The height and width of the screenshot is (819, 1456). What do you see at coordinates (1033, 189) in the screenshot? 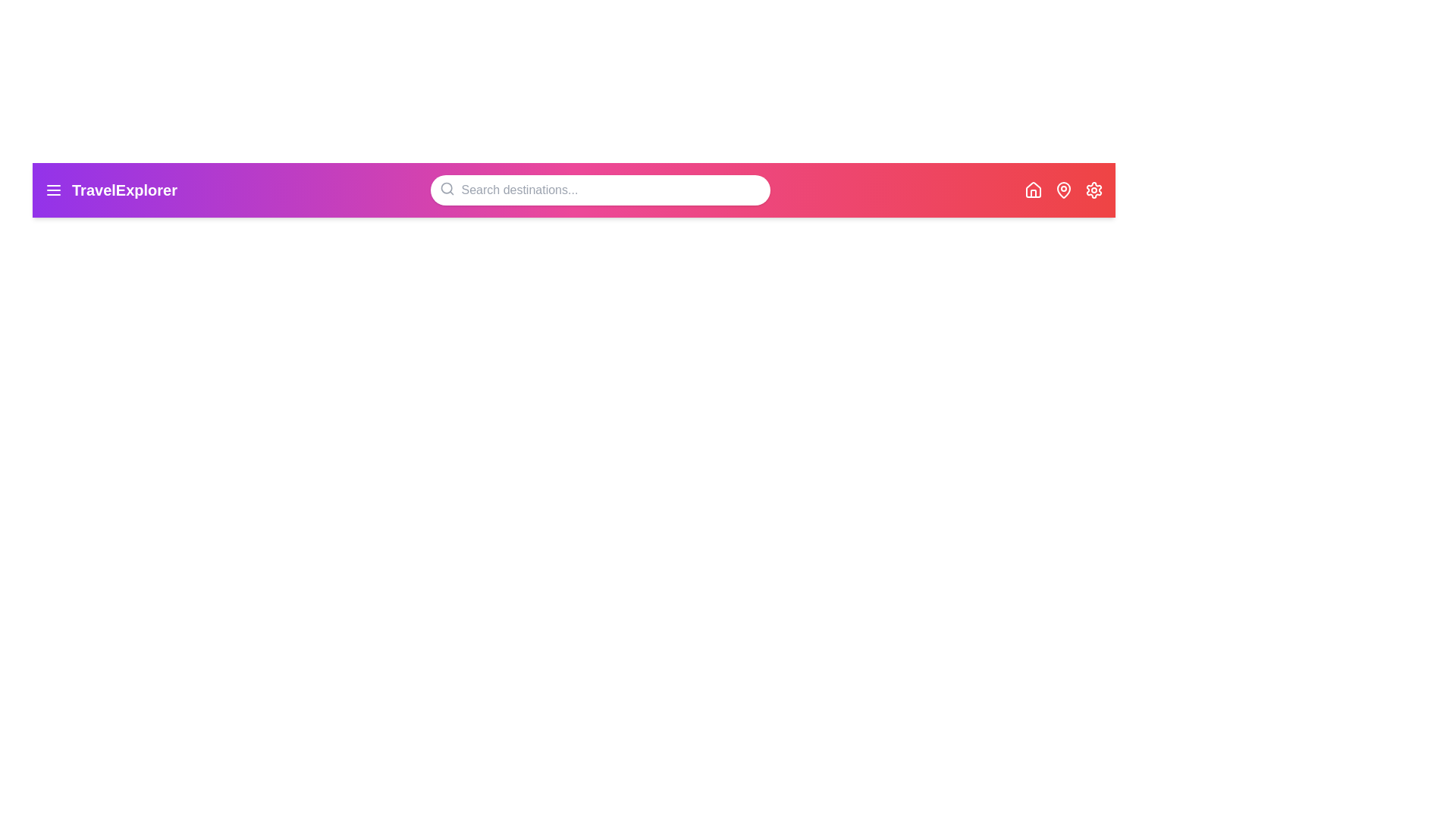
I see `the Home icon to navigate to the homepage` at bounding box center [1033, 189].